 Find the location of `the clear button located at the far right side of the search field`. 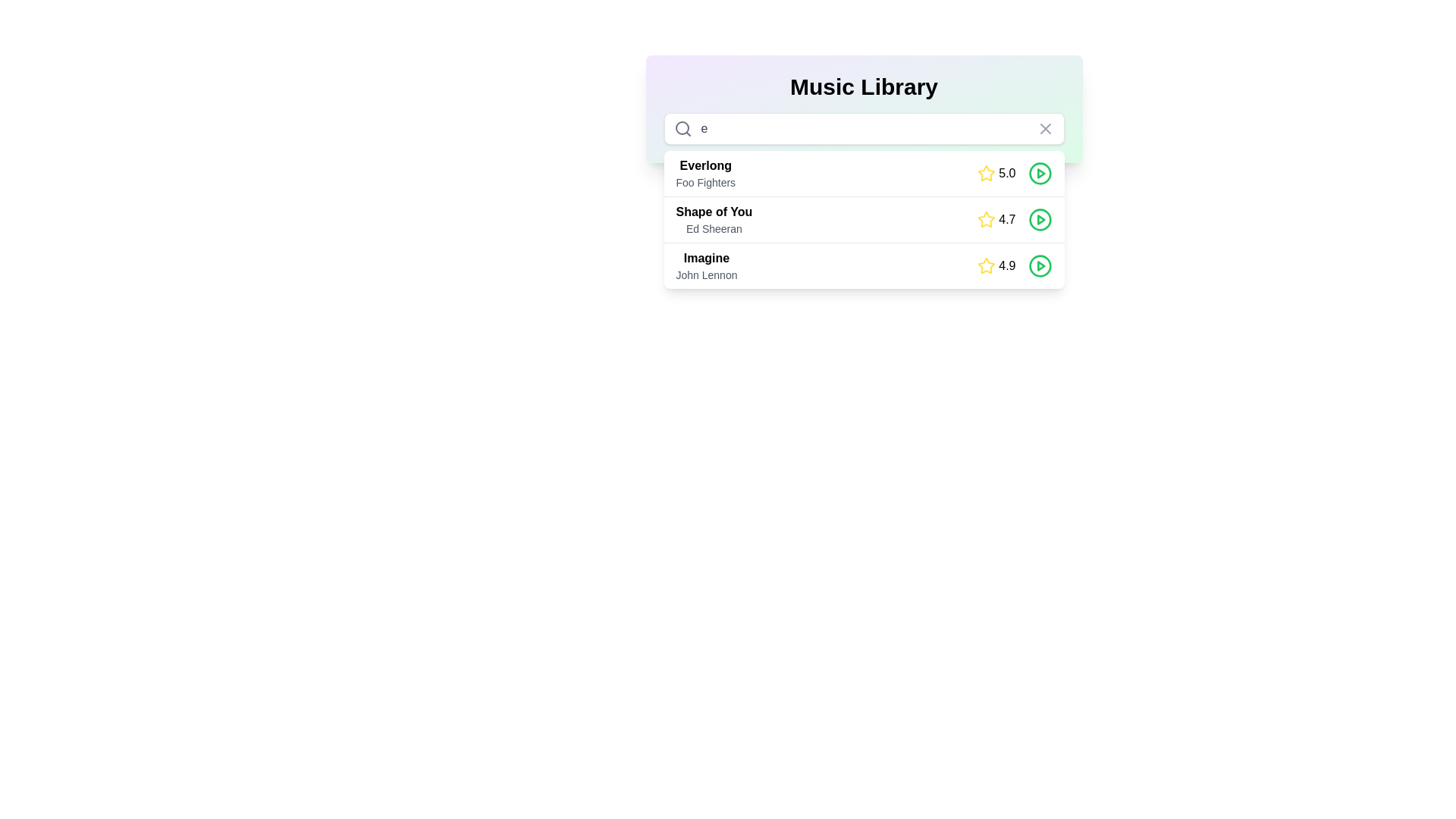

the clear button located at the far right side of the search field is located at coordinates (1044, 127).